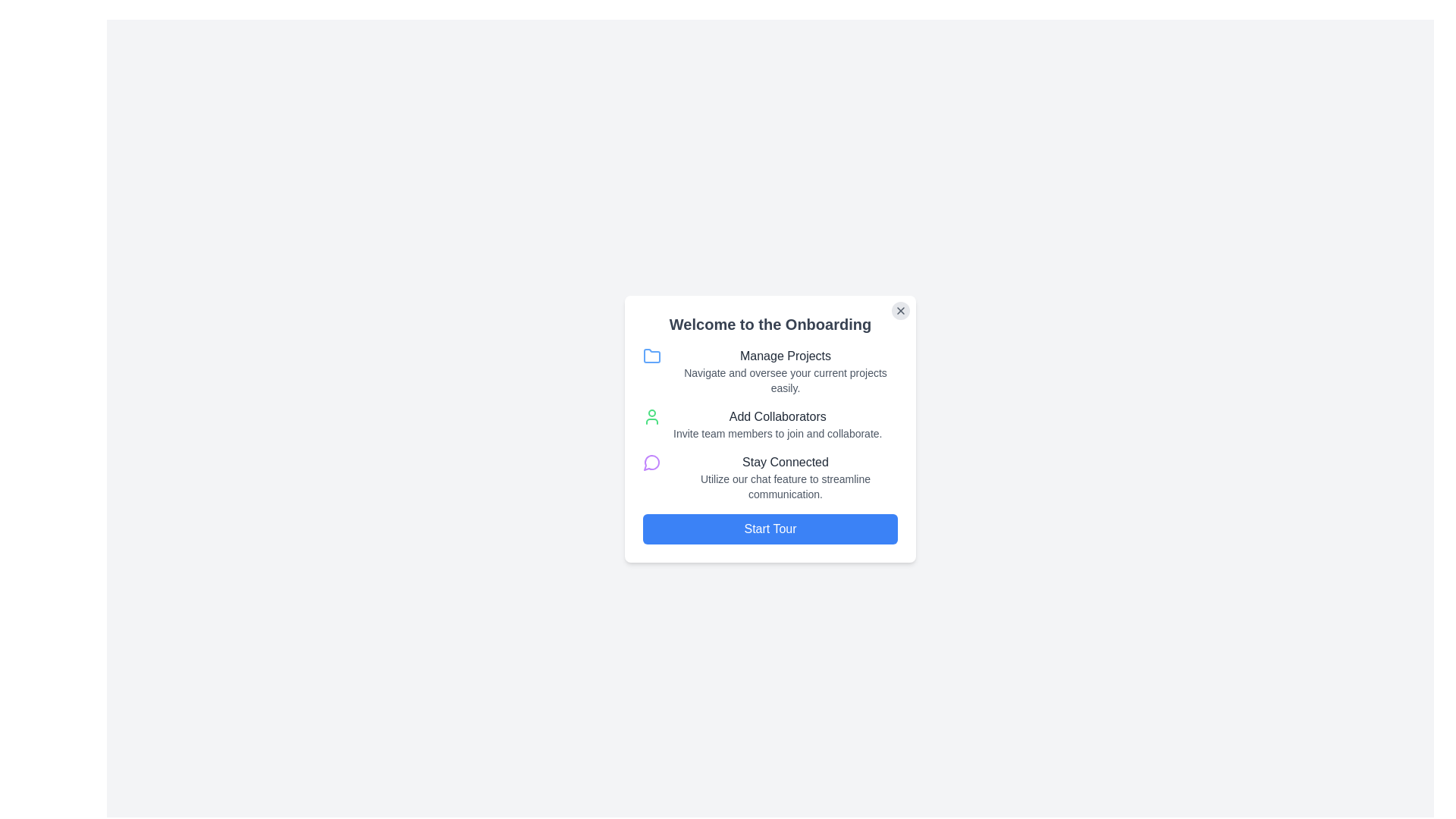 Image resolution: width=1456 pixels, height=819 pixels. Describe the element at coordinates (901, 309) in the screenshot. I see `the circular dismiss Icon button located in the top-right corner of the modal with the title 'Welcome to the Onboarding'` at that location.